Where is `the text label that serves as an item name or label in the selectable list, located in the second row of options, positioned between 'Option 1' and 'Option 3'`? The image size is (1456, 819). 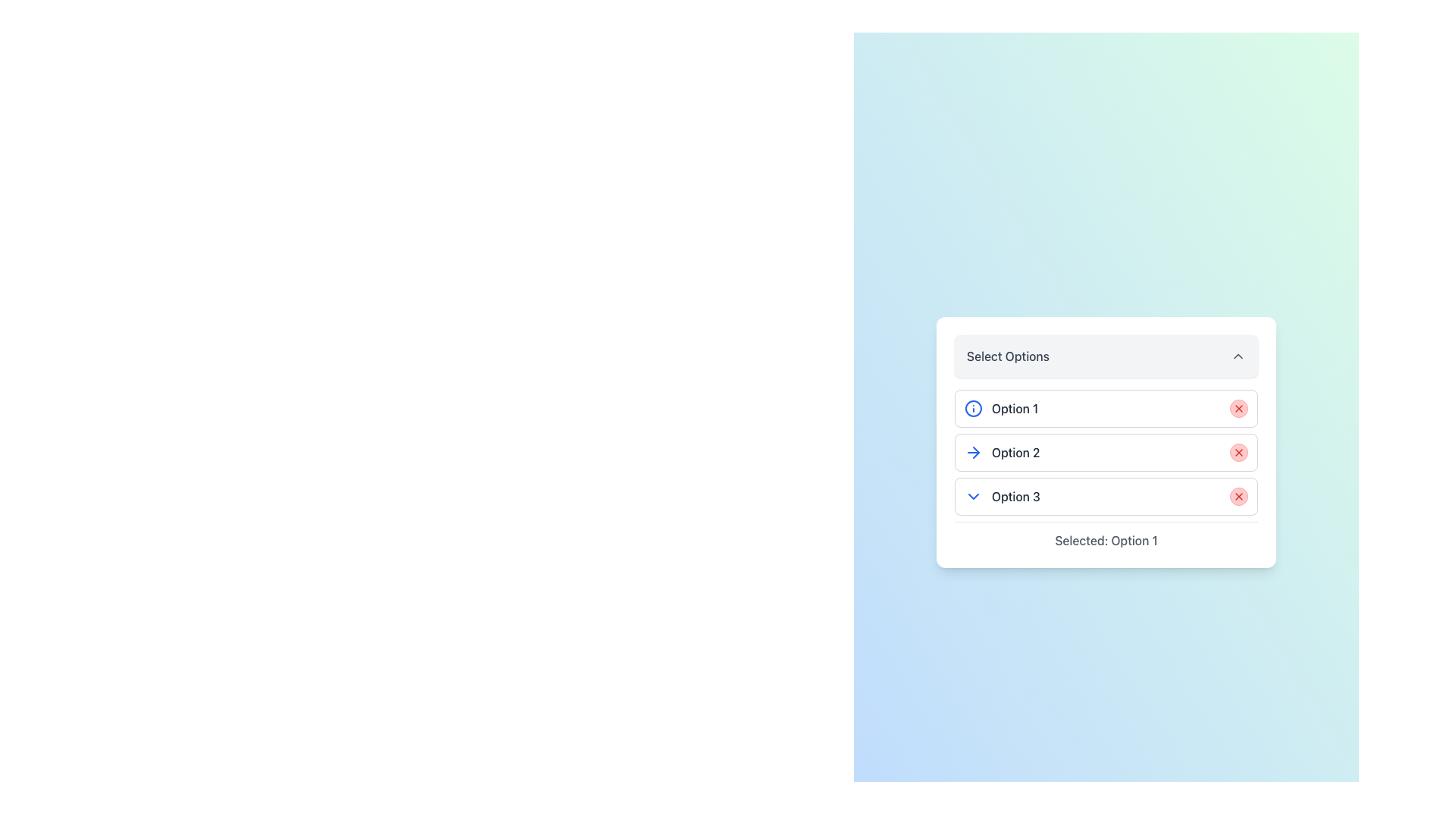
the text label that serves as an item name or label in the selectable list, located in the second row of options, positioned between 'Option 1' and 'Option 3' is located at coordinates (1015, 451).